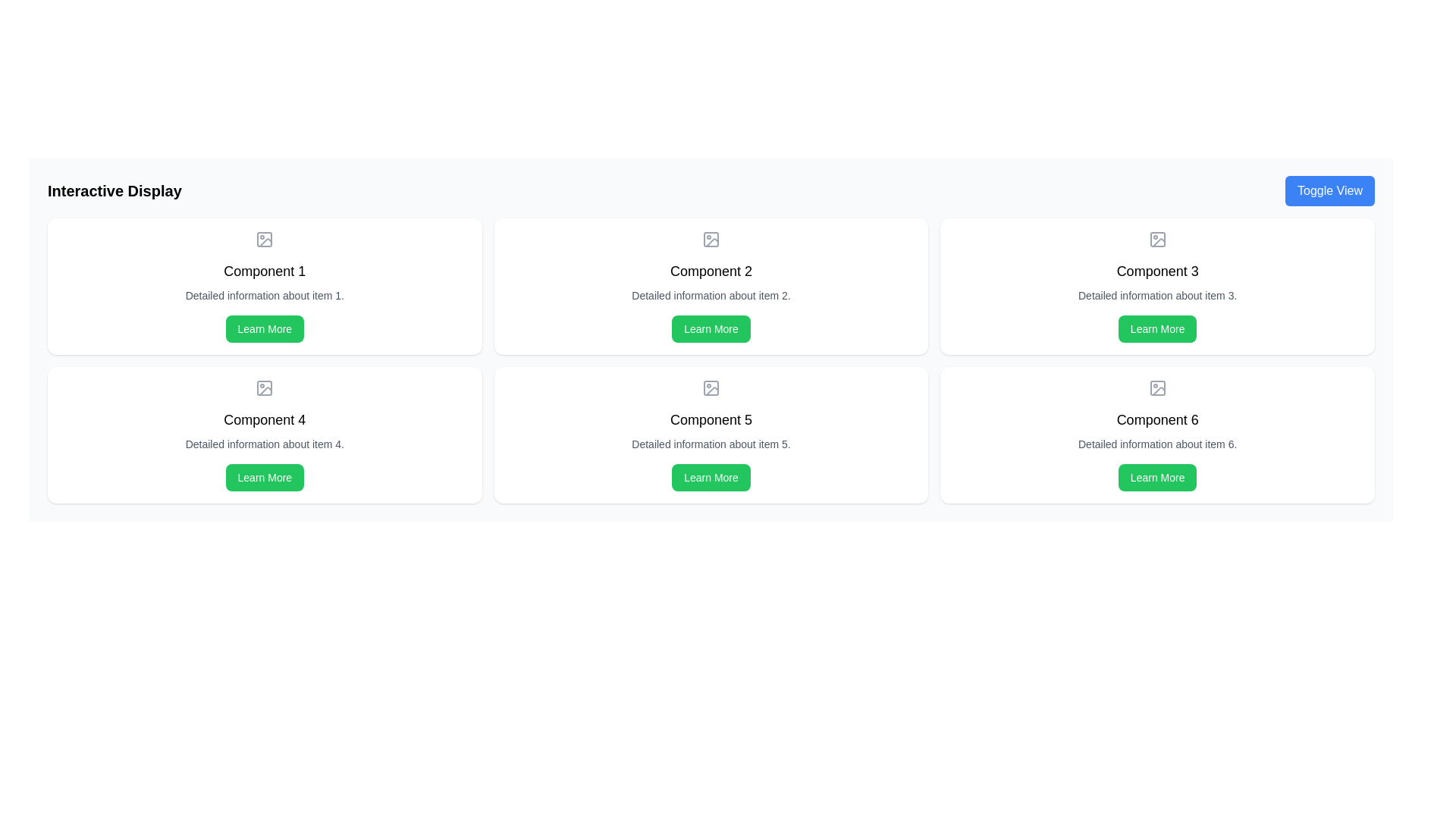 This screenshot has width=1456, height=819. I want to click on the icon located at the top center of the 'Component 6' card, which serves as an image placeholder, so click(1156, 388).